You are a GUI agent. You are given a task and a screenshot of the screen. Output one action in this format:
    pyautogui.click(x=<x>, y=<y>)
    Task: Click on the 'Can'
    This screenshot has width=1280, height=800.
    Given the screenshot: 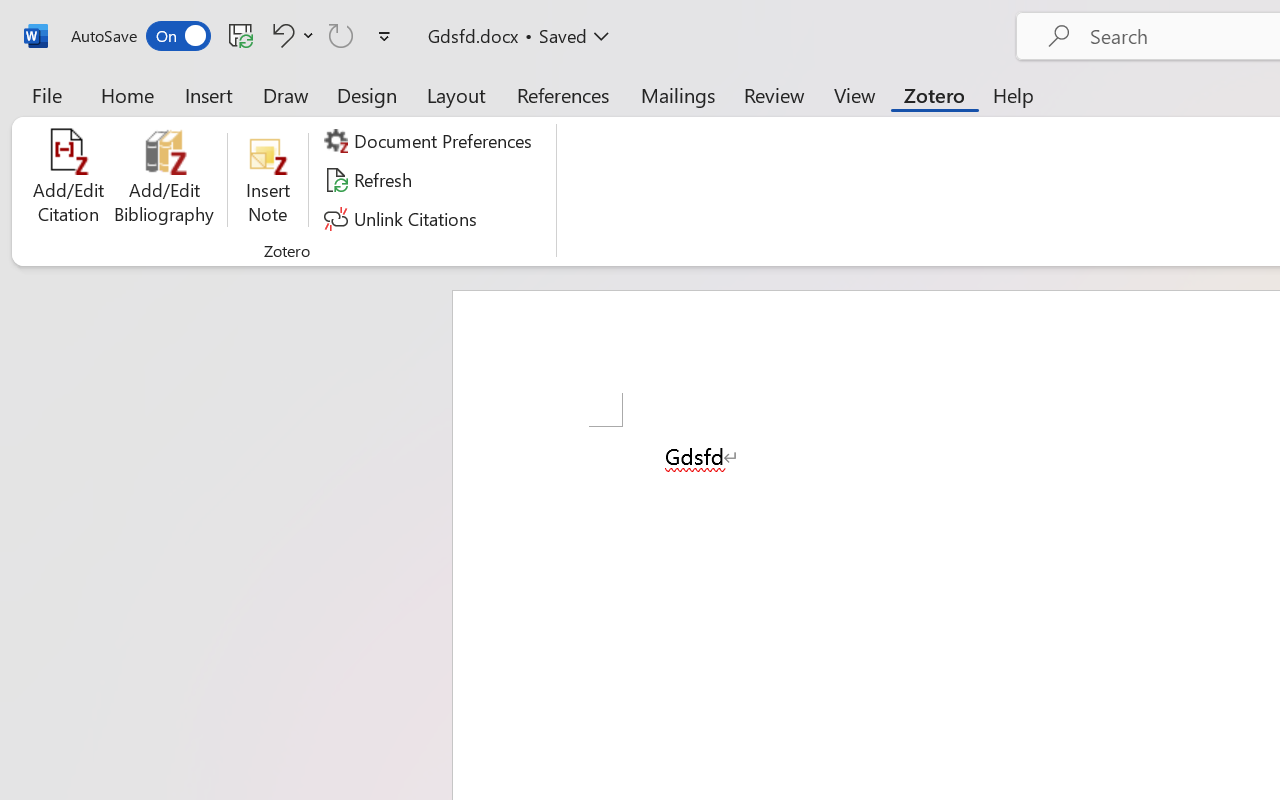 What is the action you would take?
    pyautogui.click(x=341, y=34)
    